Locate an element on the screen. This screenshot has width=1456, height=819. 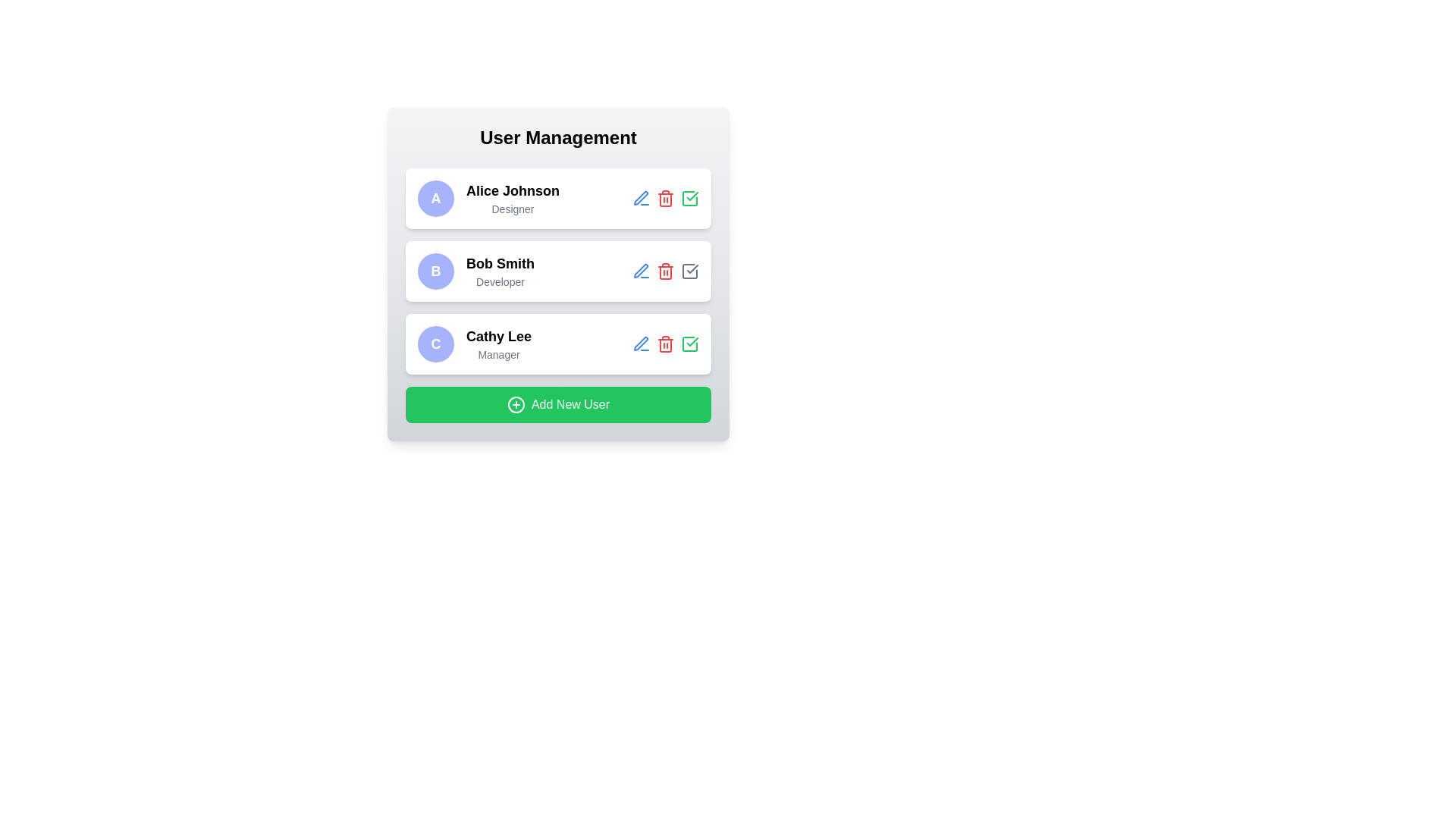
the trash bin icon outlined with a red hue, which is the second icon from the left in the User Management list under the 'Alice Johnson Designer' entry is located at coordinates (666, 198).